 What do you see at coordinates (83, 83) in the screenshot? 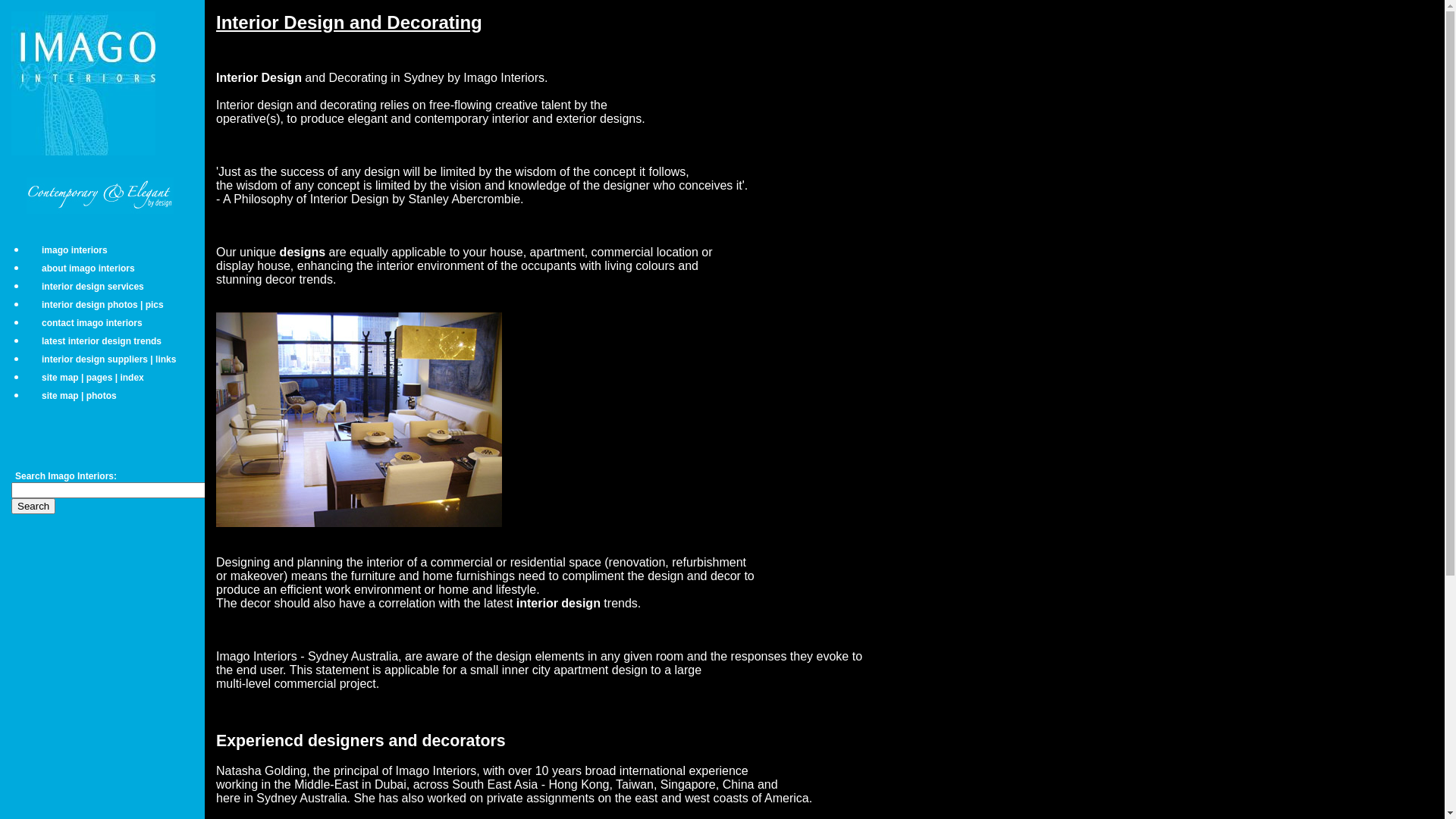
I see `'Imago Interiors logo'` at bounding box center [83, 83].